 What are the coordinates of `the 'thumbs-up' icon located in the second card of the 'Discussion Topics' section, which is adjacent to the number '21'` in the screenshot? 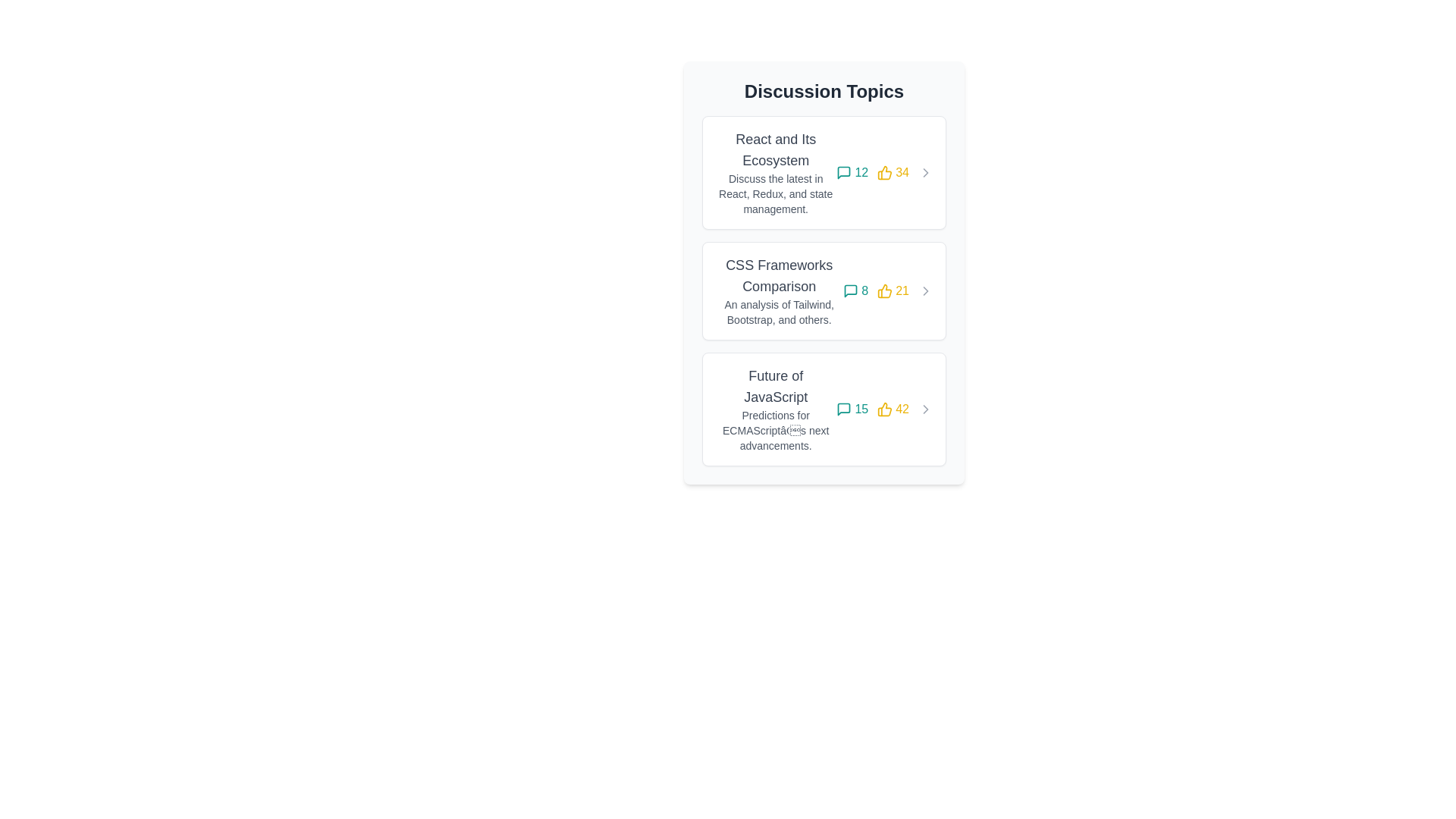 It's located at (885, 291).